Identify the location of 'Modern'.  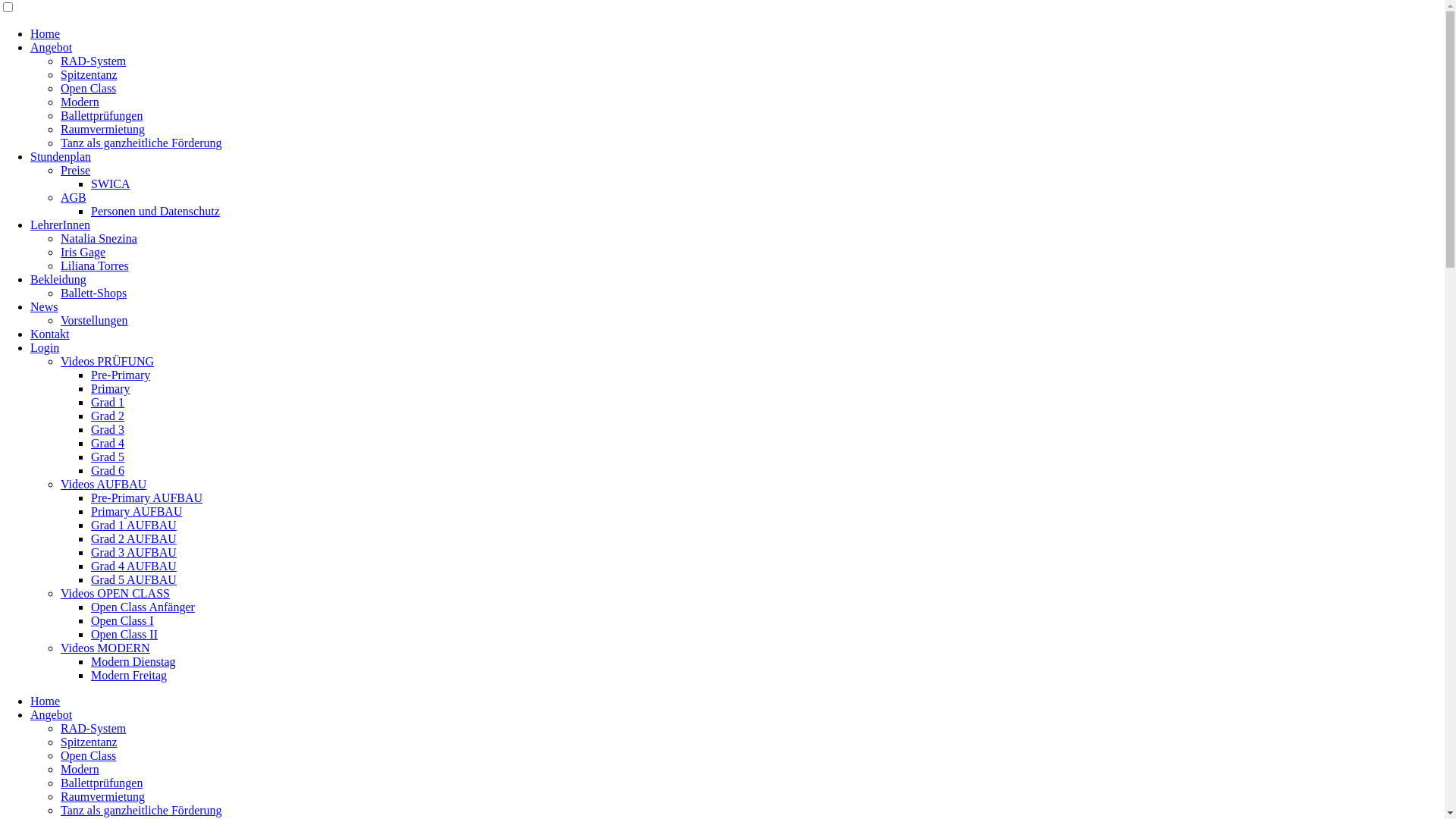
(79, 102).